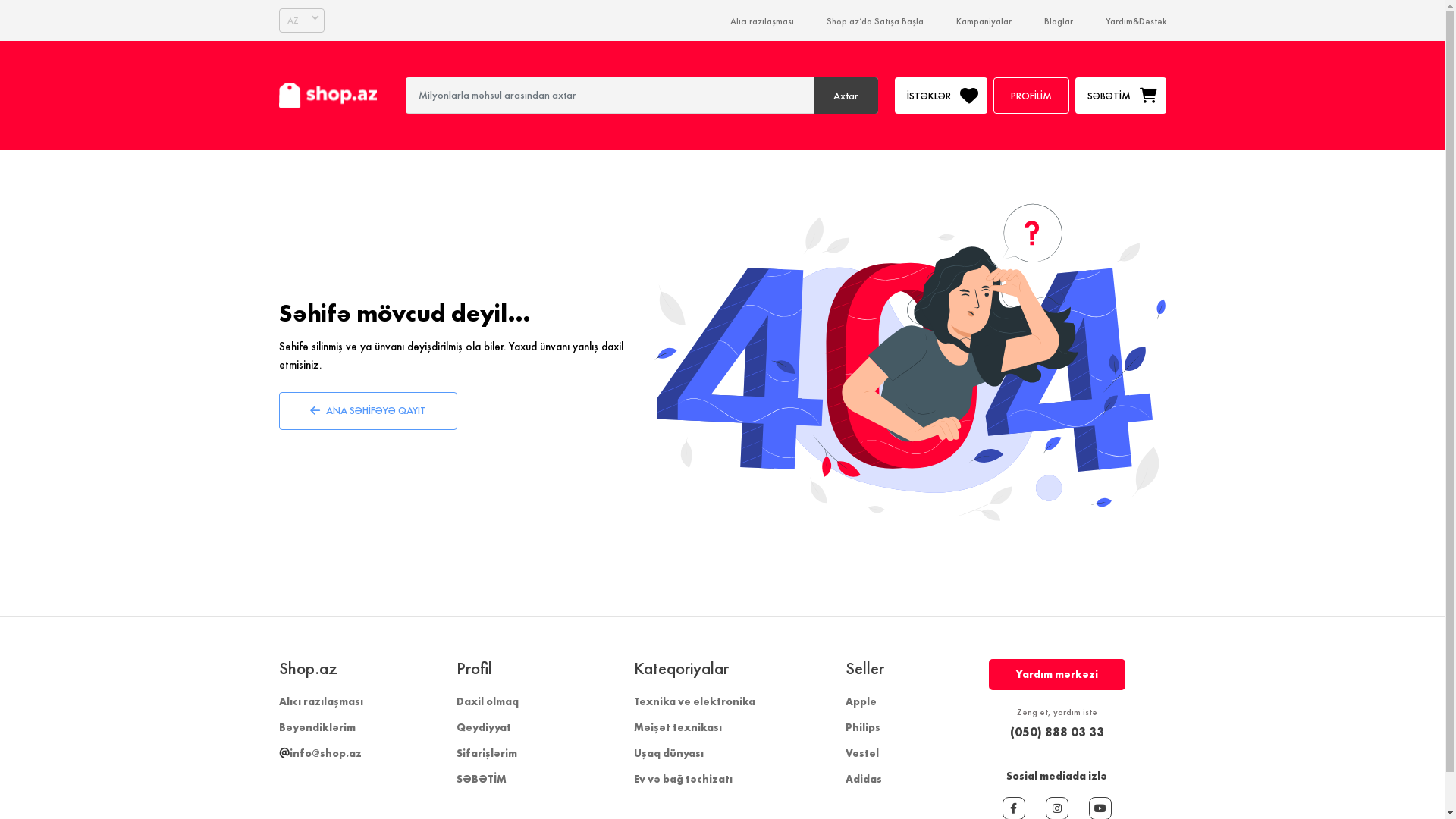 This screenshot has width=1456, height=819. Describe the element at coordinates (633, 701) in the screenshot. I see `'Texnika ve elektronika'` at that location.